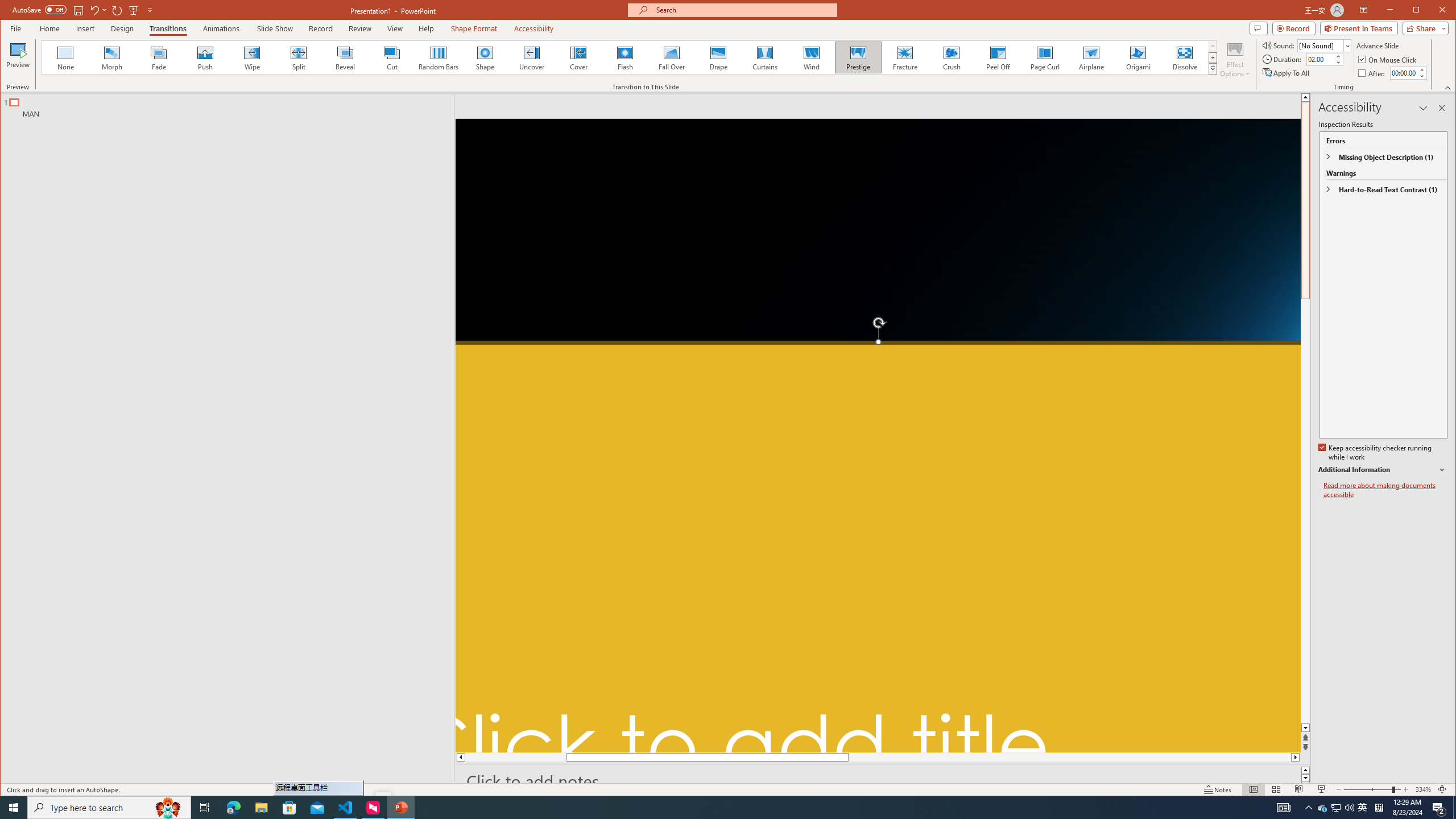  What do you see at coordinates (1449, 87) in the screenshot?
I see `'Collapse the Ribbon'` at bounding box center [1449, 87].